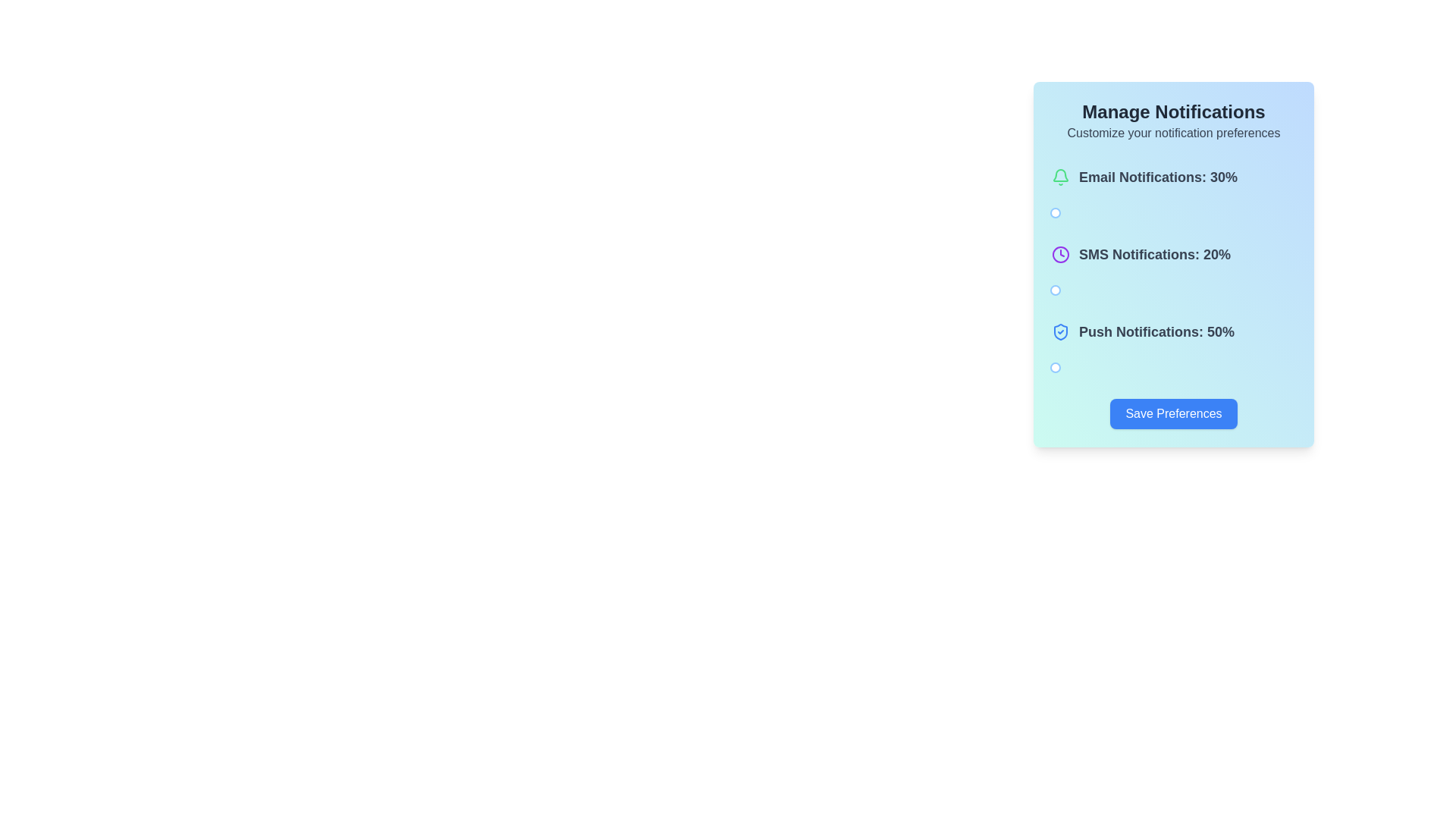 The image size is (1456, 819). I want to click on the 'Push Notifications' value, so click(1096, 368).